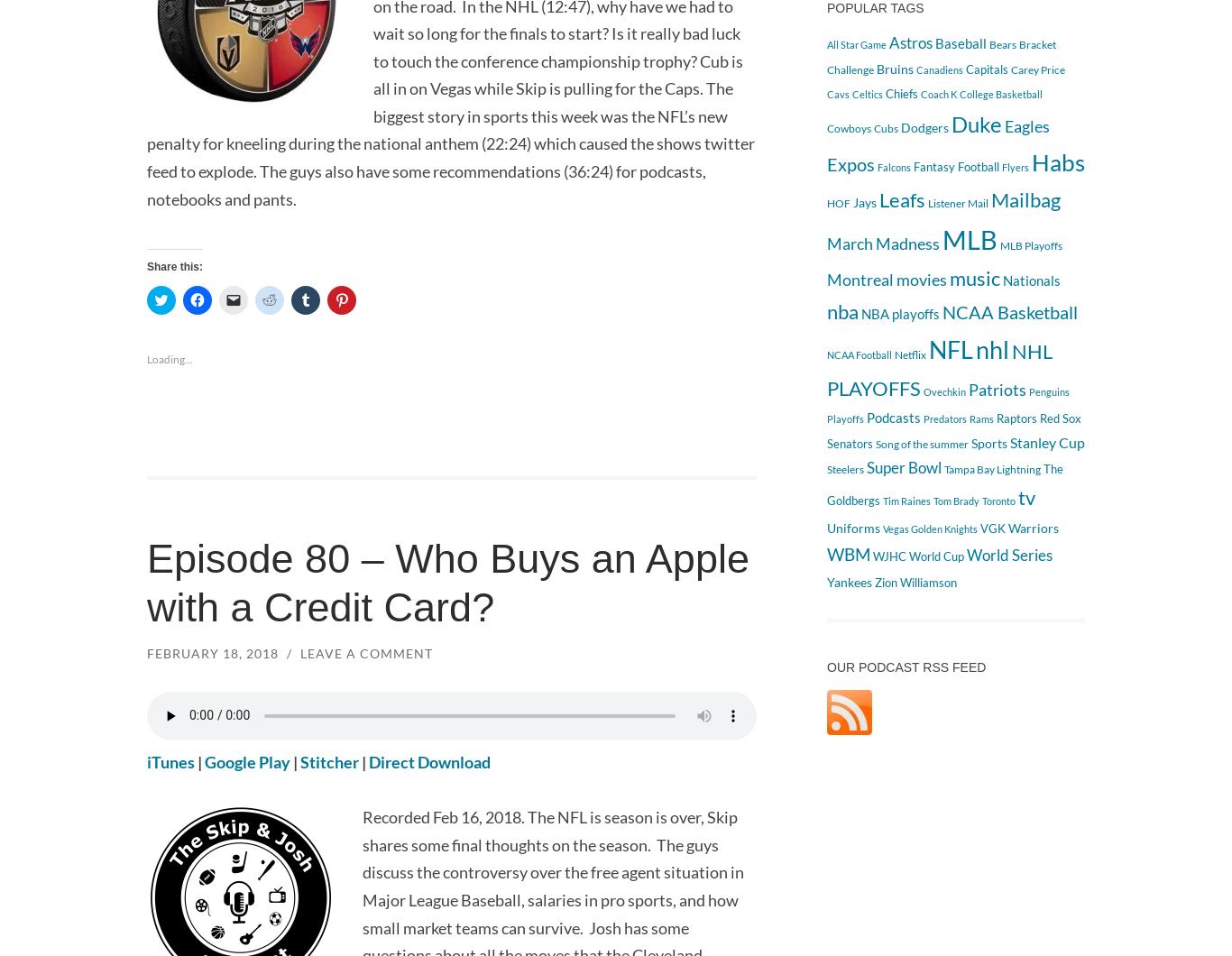 This screenshot has height=956, width=1232. Describe the element at coordinates (287, 652) in the screenshot. I see `'/'` at that location.